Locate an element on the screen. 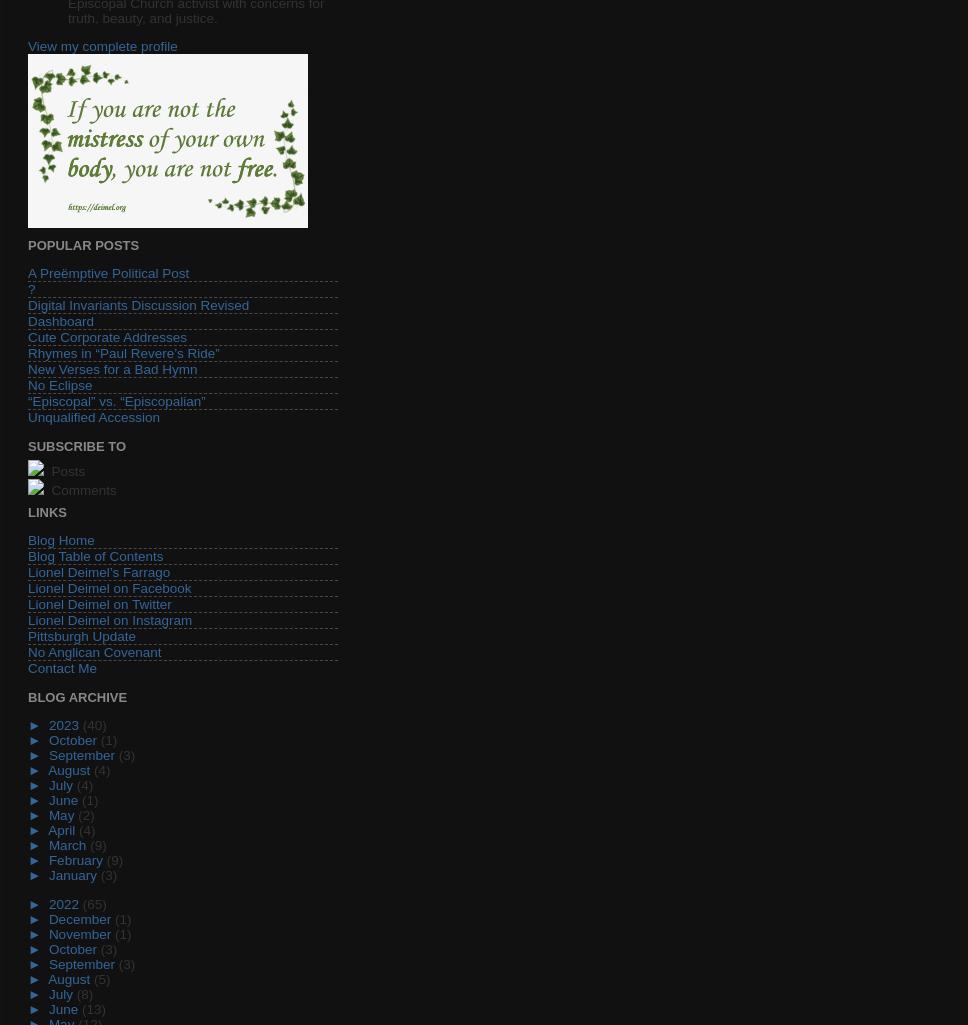 The width and height of the screenshot is (968, 1025). '2023' is located at coordinates (47, 724).